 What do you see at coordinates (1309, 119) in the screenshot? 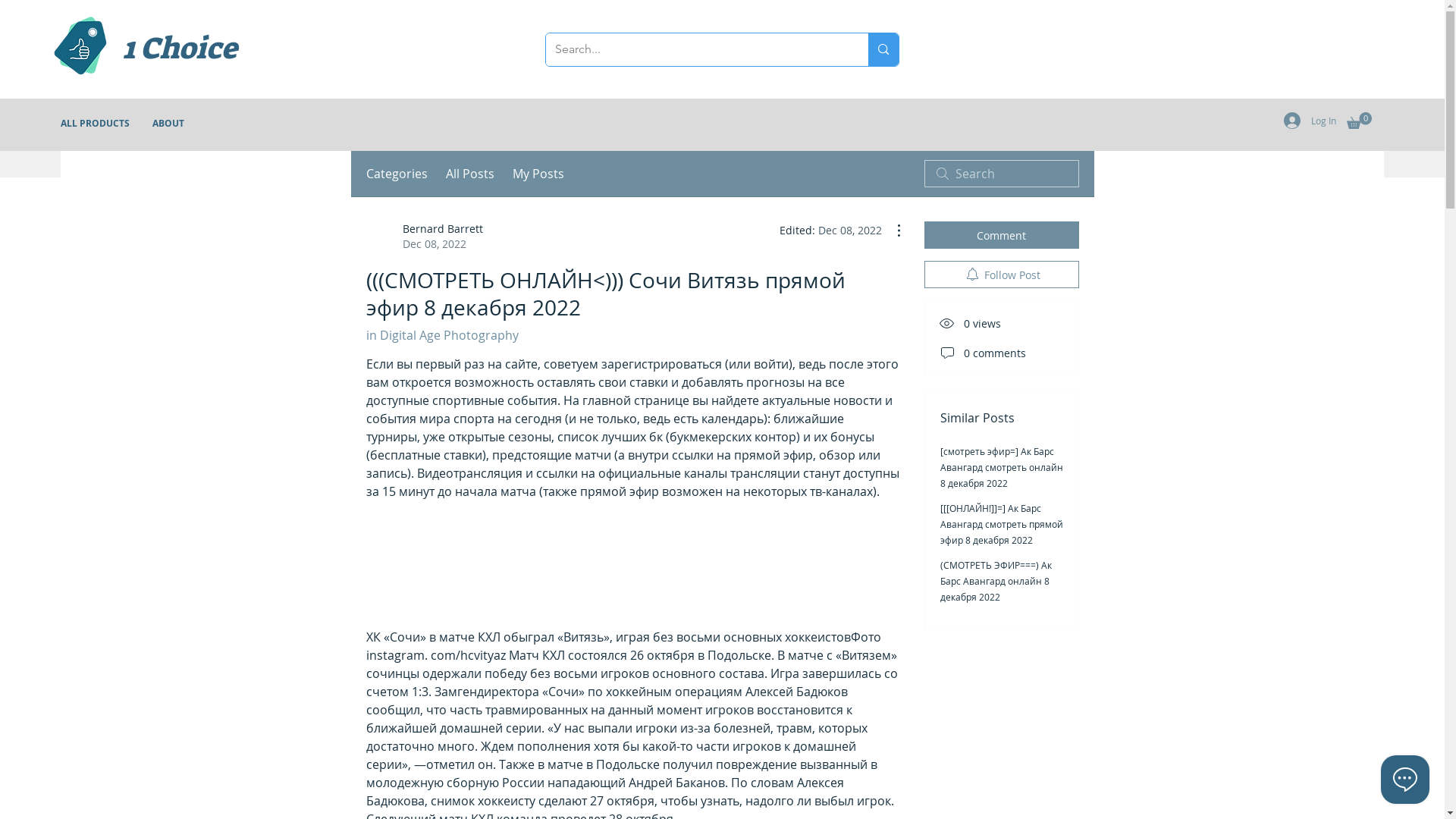
I see `'Log In'` at bounding box center [1309, 119].